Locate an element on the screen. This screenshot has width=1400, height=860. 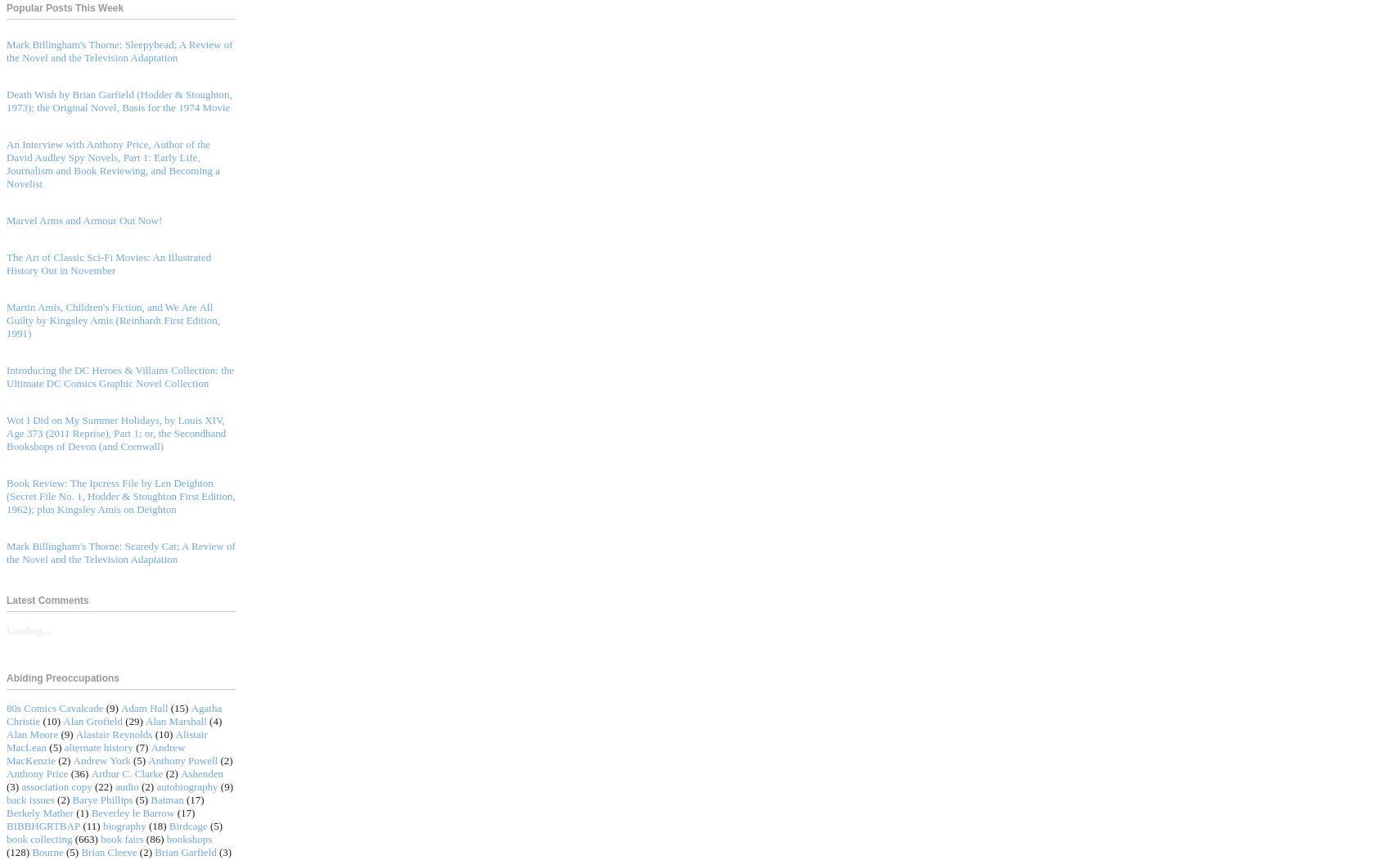
'(1)' is located at coordinates (81, 812).